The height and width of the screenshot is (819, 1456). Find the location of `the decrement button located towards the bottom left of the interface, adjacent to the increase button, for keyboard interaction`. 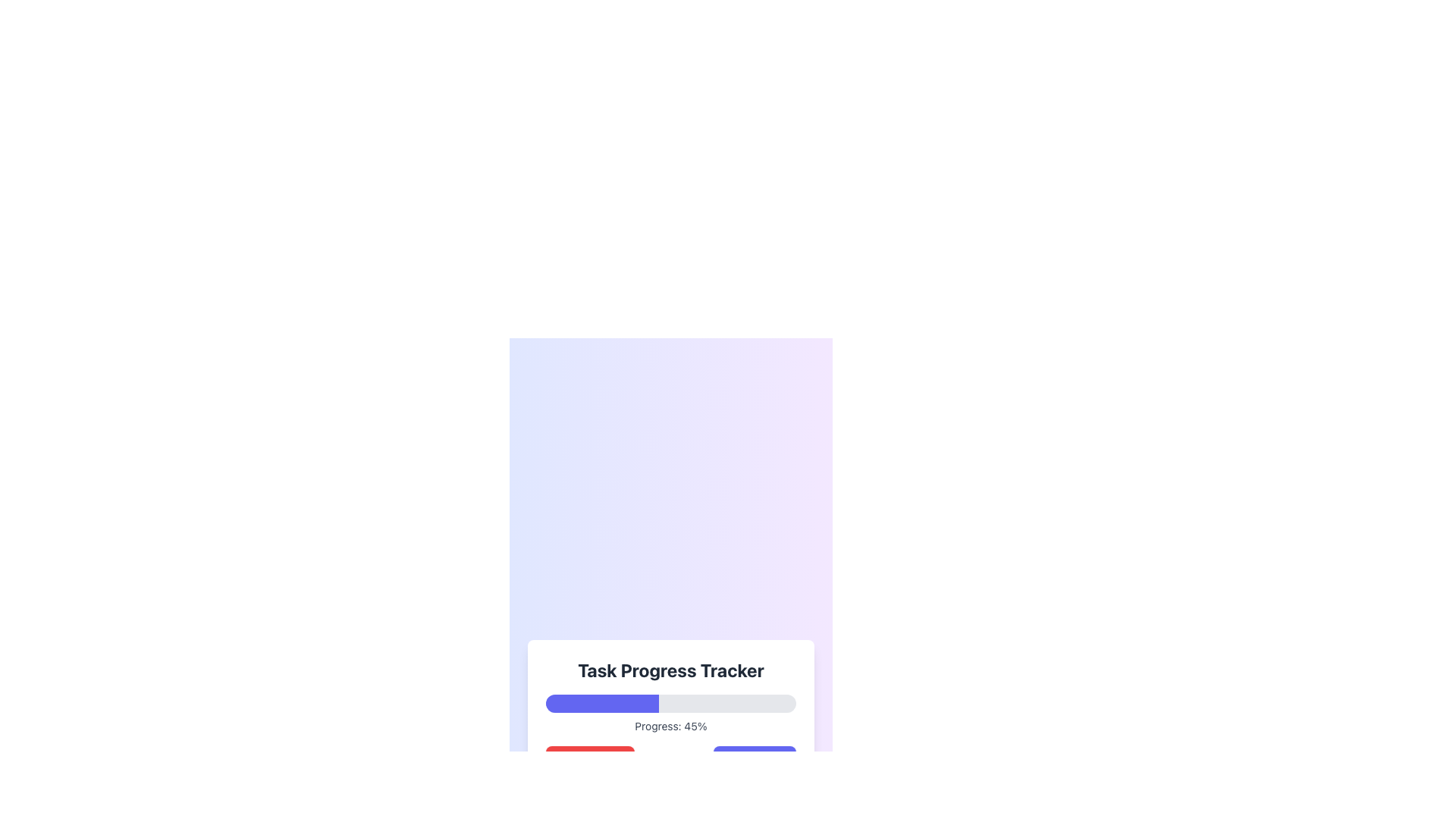

the decrement button located towards the bottom left of the interface, adjacent to the increase button, for keyboard interaction is located at coordinates (589, 761).